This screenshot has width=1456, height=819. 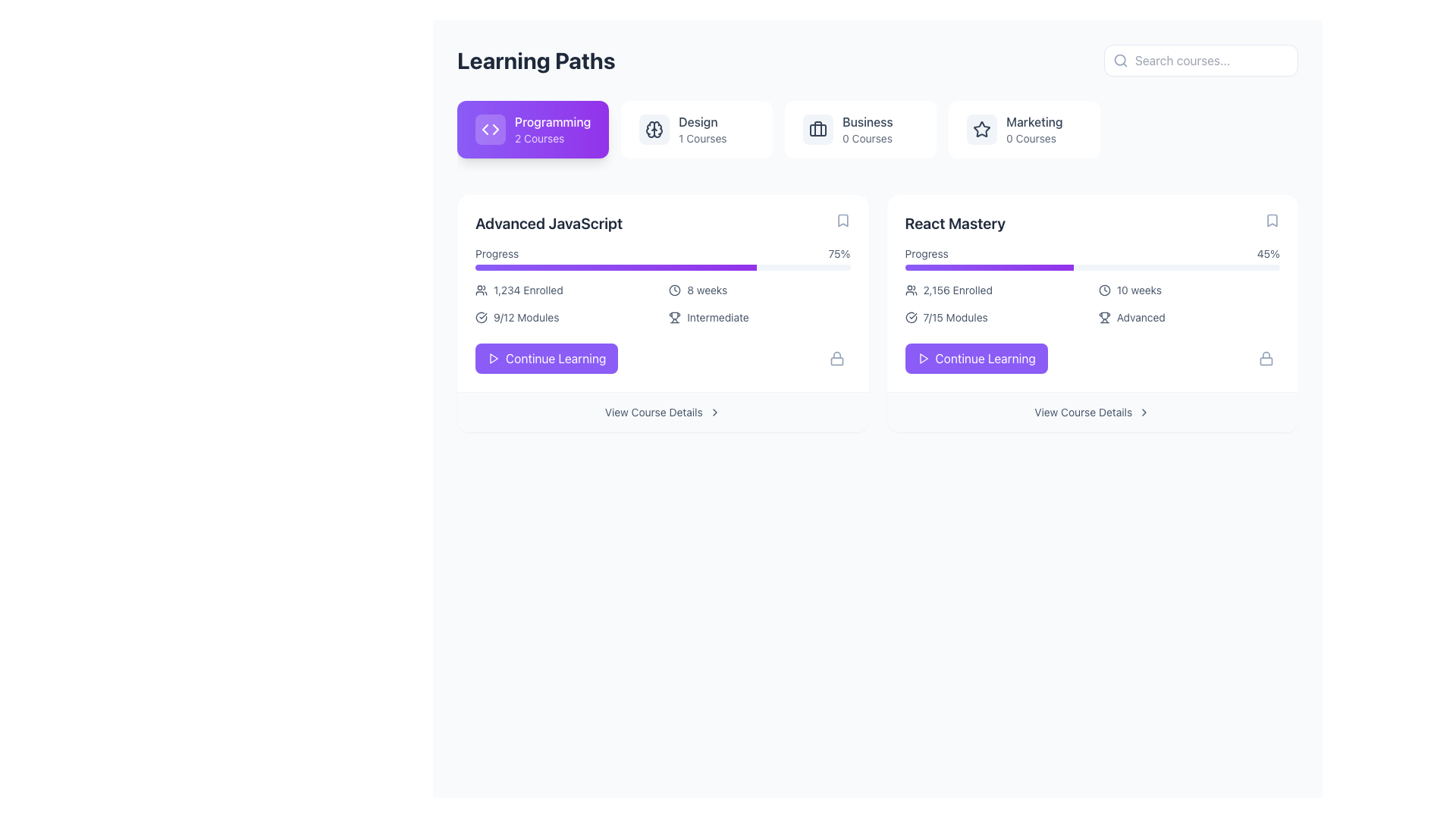 What do you see at coordinates (861, 128) in the screenshot?
I see `the 'Business' button` at bounding box center [861, 128].